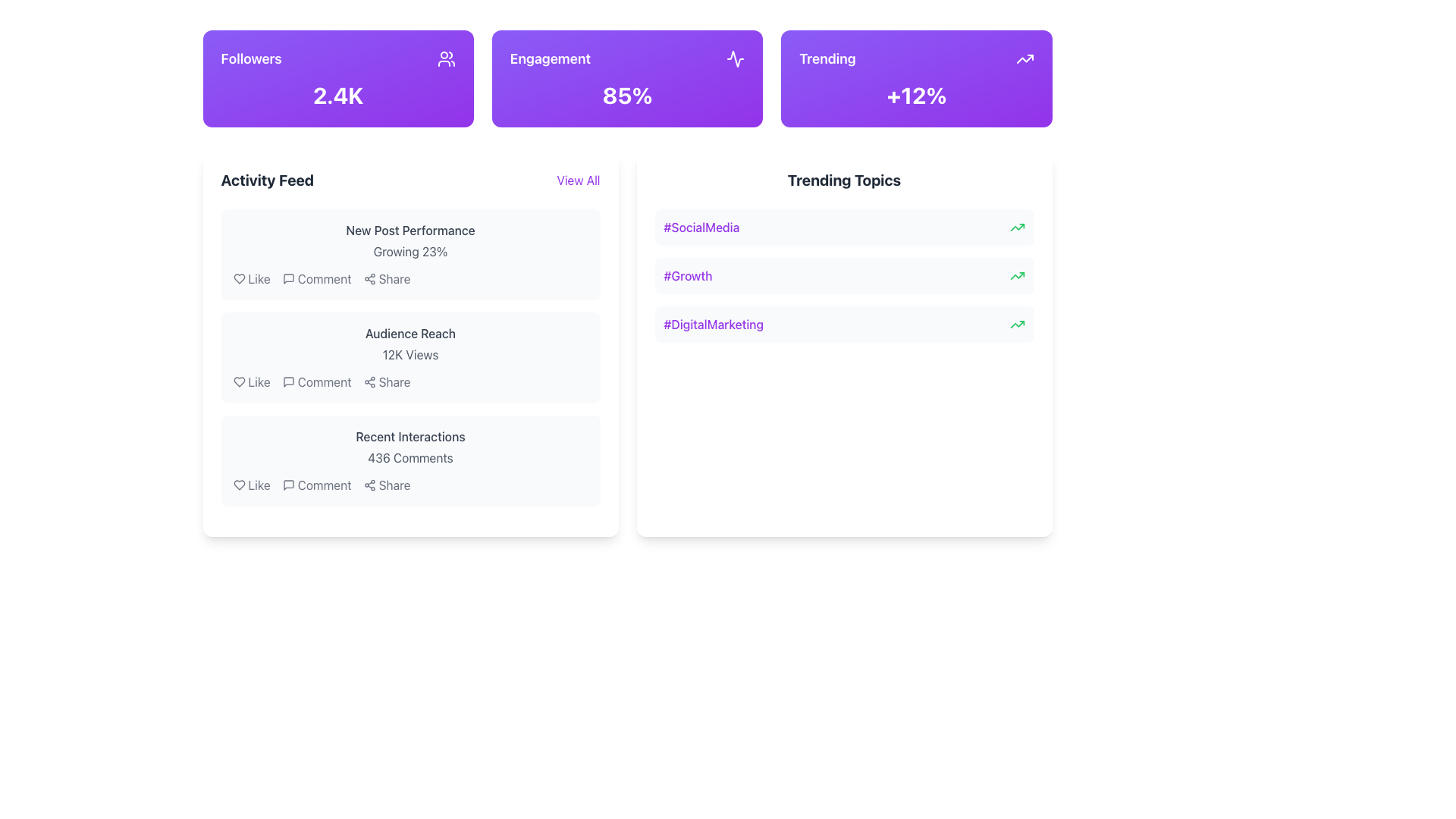 This screenshot has width=1456, height=819. Describe the element at coordinates (410, 332) in the screenshot. I see `the 'Audience Reach' text label, which serves as a header for the related metrics in the Activity Feed section, located below the 'New Post Performance' card and above the '12K Views' metric` at that location.